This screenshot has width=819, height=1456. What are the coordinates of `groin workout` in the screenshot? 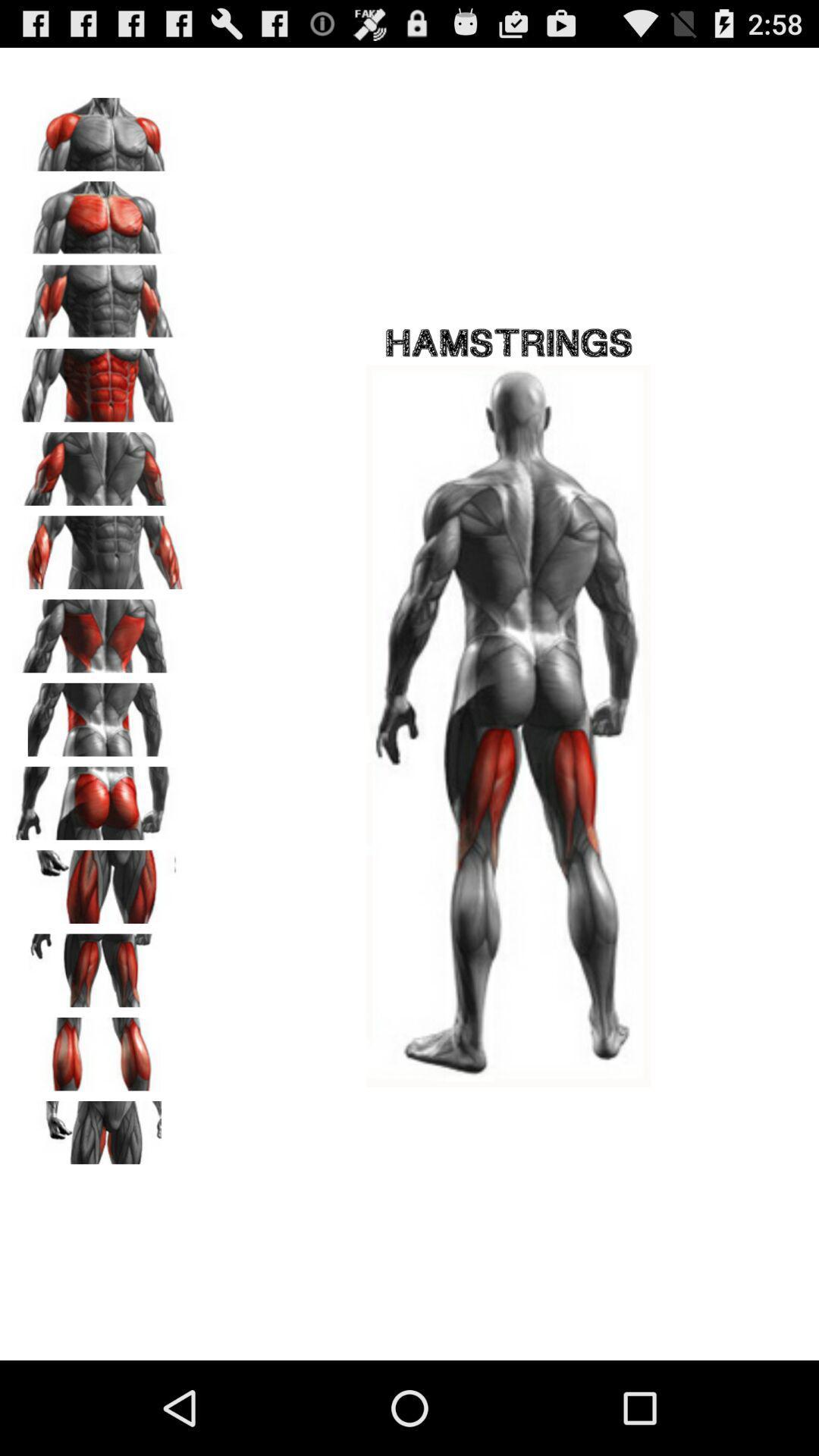 It's located at (99, 1132).